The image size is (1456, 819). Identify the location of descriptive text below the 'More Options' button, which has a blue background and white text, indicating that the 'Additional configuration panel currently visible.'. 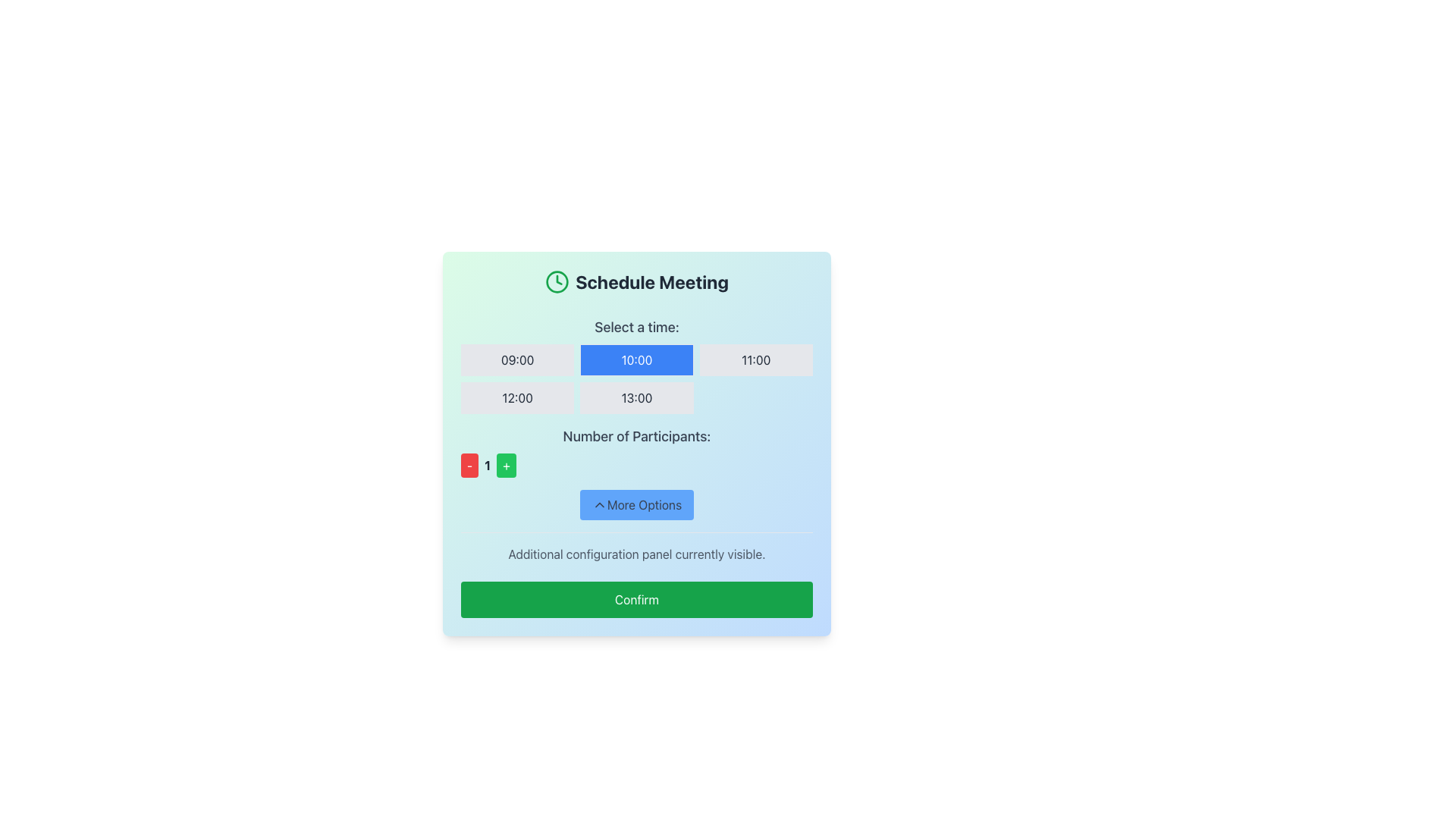
(637, 526).